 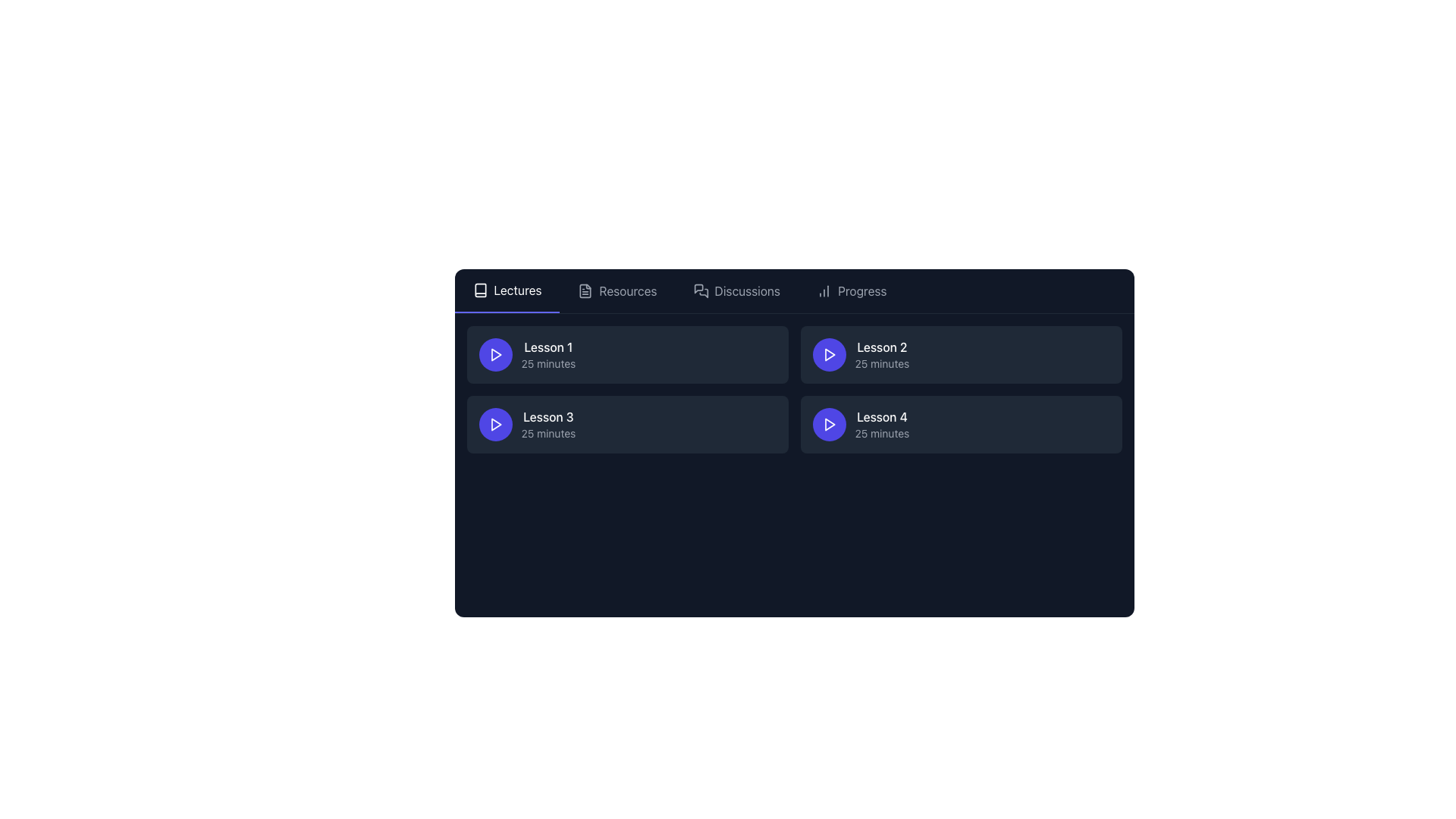 I want to click on the SVG representation of a book icon located at the start of the 'Lectures' navigation tab to aid user navigation, so click(x=479, y=290).